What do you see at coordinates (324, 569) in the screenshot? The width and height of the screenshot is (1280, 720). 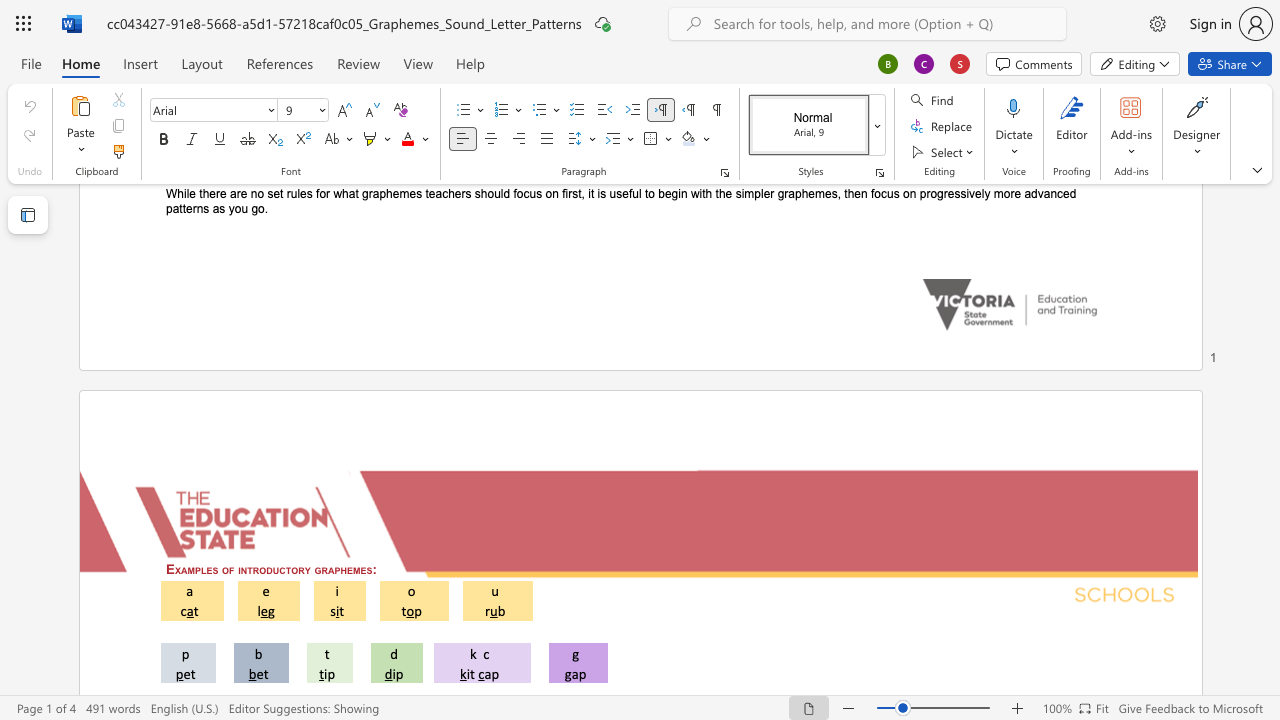 I see `the 3th character "r" in the text` at bounding box center [324, 569].